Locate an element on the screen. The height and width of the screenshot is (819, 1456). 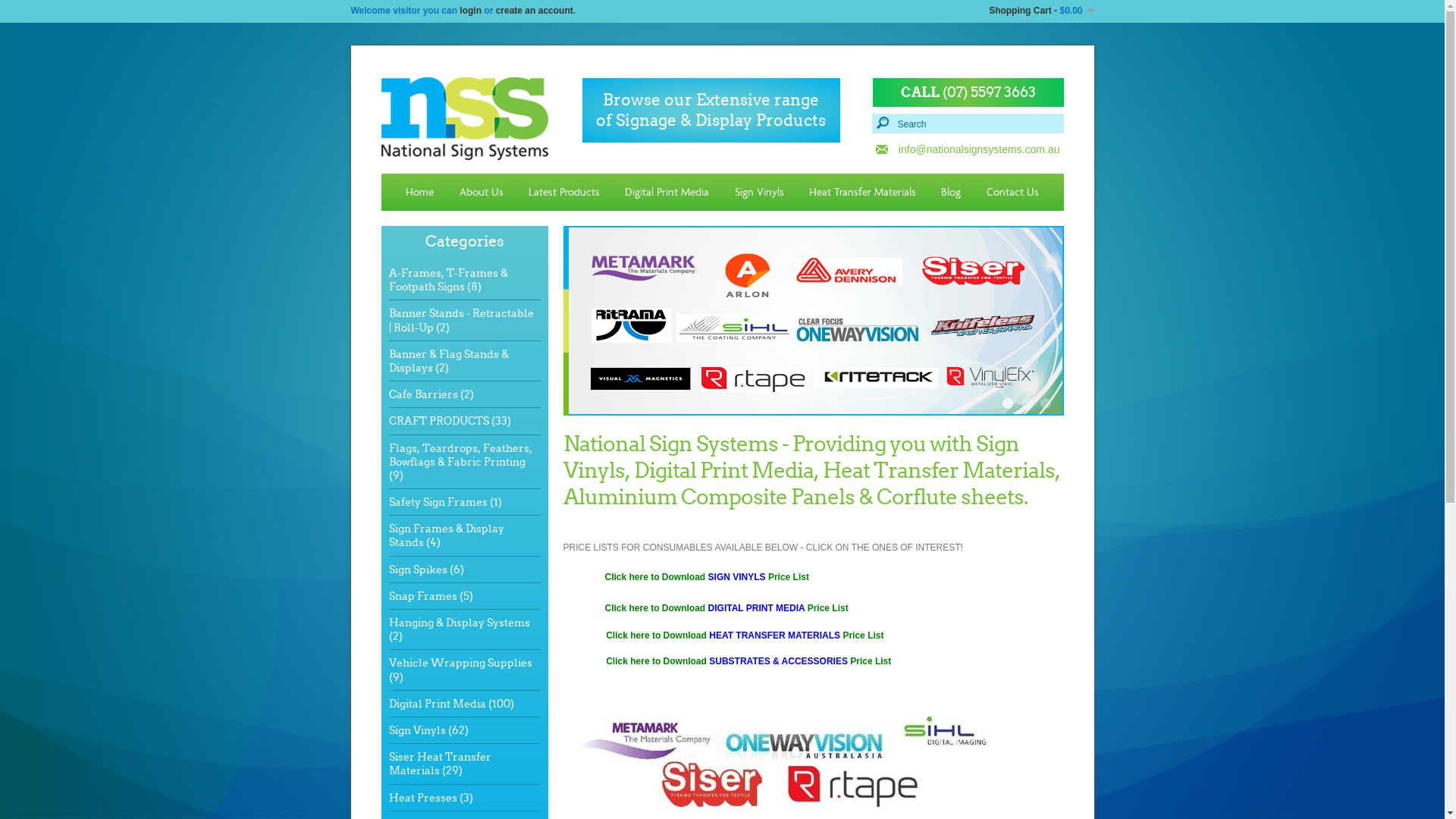
'Banner & Flag Stands & Displays (2)' is located at coordinates (447, 360).